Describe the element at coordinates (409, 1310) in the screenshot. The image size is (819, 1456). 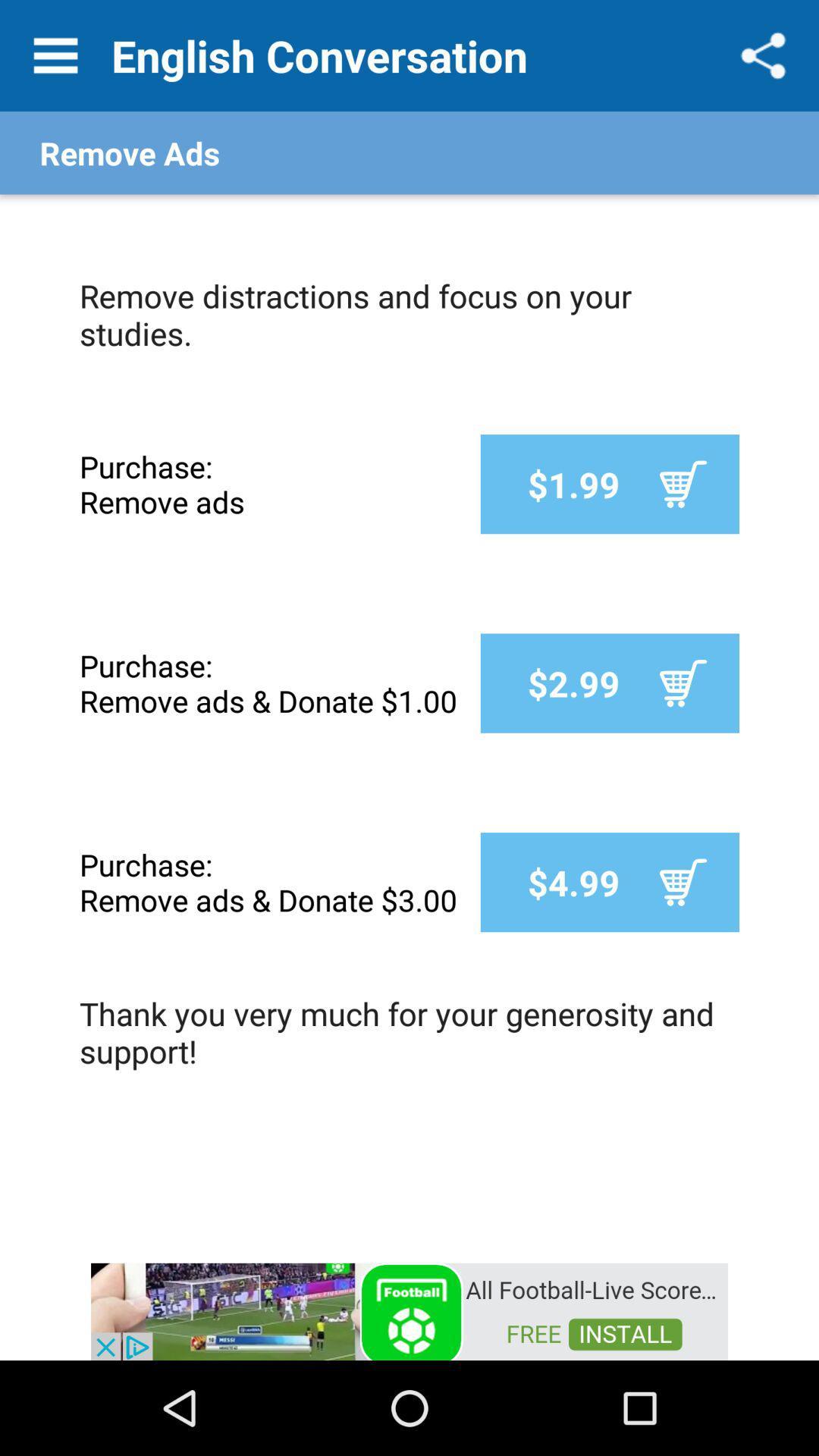
I see `click on this advertisement` at that location.